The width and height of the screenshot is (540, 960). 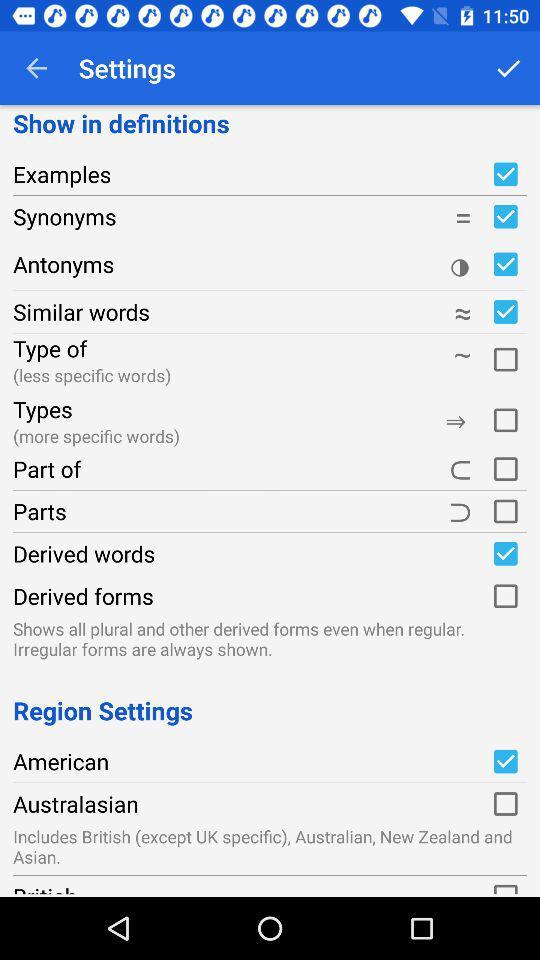 What do you see at coordinates (504, 173) in the screenshot?
I see `turn off examples` at bounding box center [504, 173].